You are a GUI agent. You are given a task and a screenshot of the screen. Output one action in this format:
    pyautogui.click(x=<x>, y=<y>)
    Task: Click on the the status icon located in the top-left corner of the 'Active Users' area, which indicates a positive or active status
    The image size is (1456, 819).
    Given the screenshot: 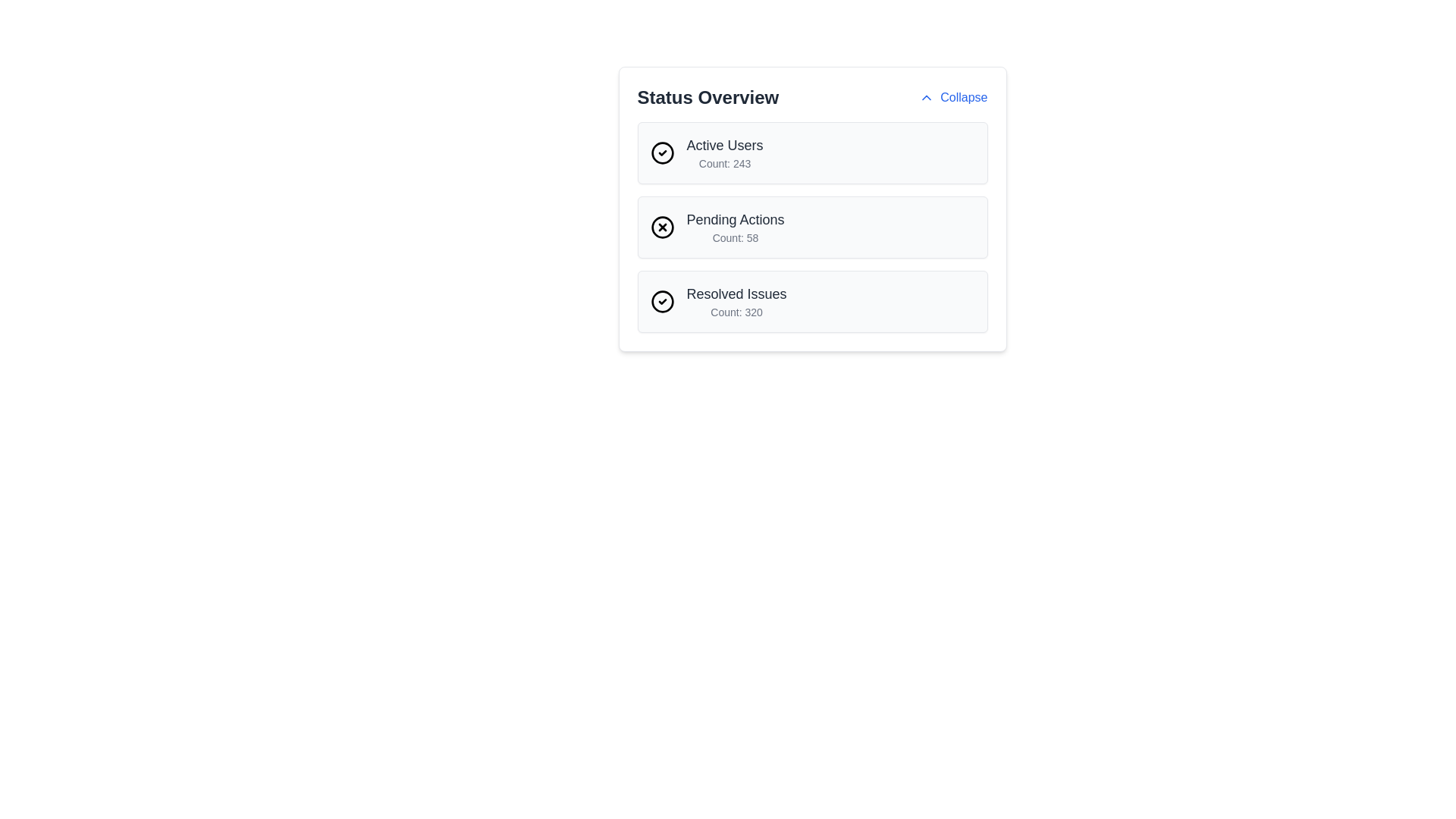 What is the action you would take?
    pyautogui.click(x=662, y=152)
    